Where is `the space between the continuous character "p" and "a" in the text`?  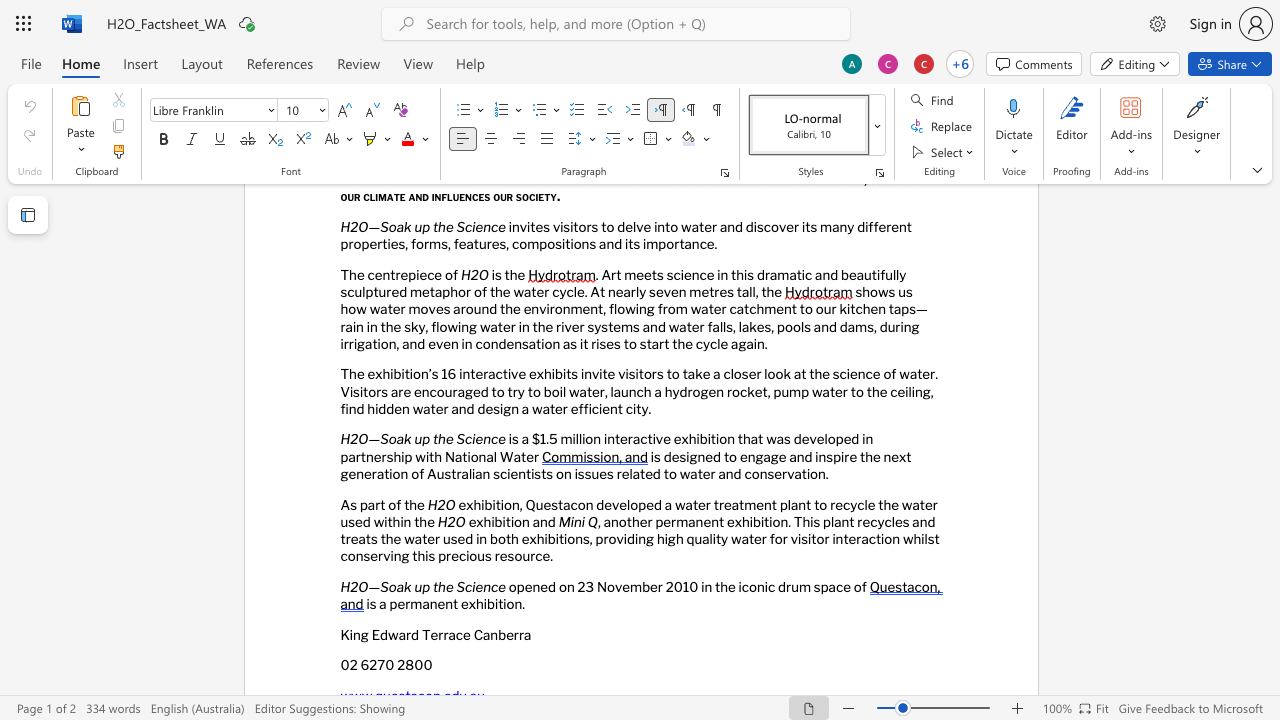
the space between the continuous character "p" and "a" in the text is located at coordinates (367, 503).